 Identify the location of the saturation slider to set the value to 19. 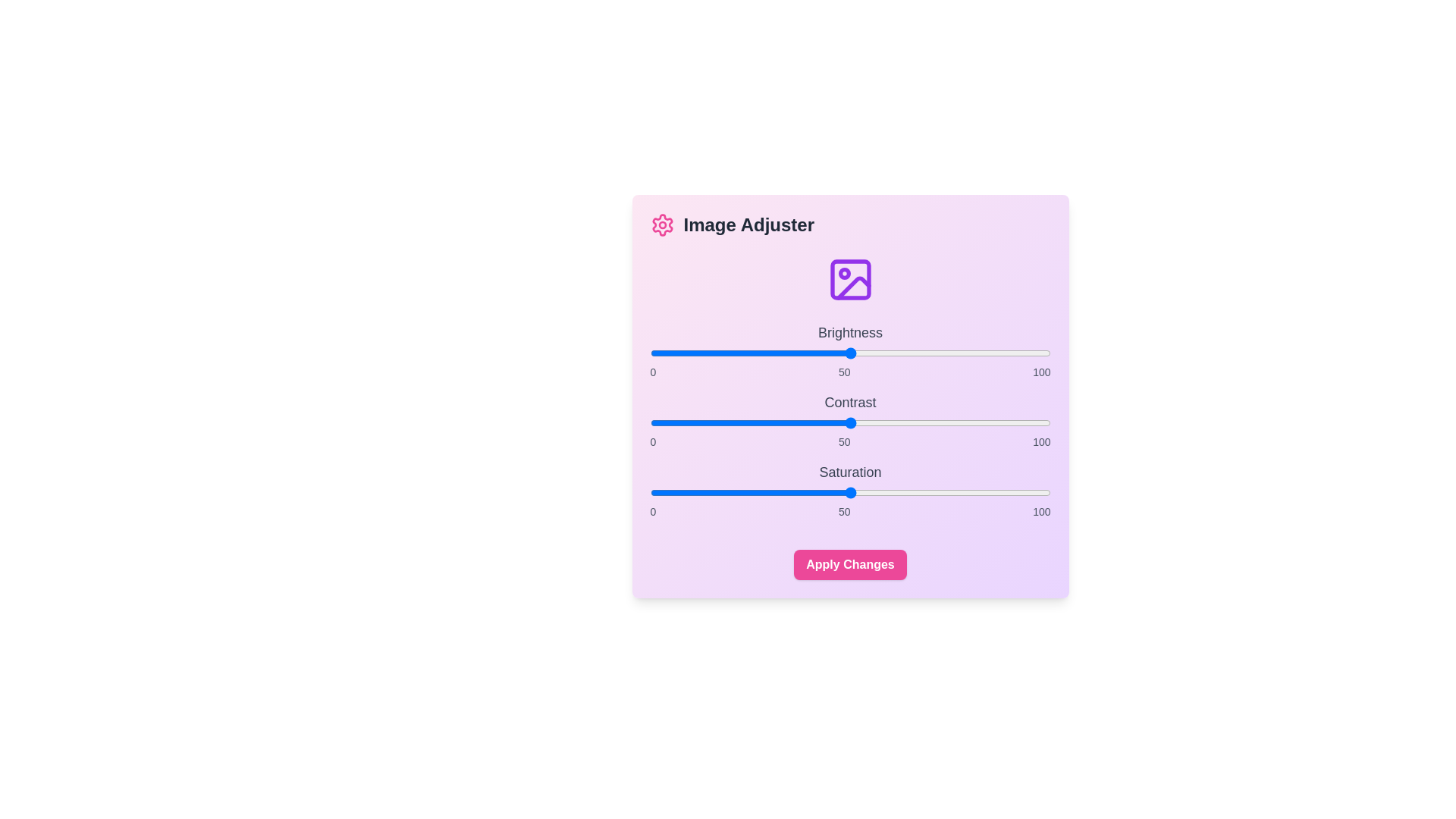
(725, 493).